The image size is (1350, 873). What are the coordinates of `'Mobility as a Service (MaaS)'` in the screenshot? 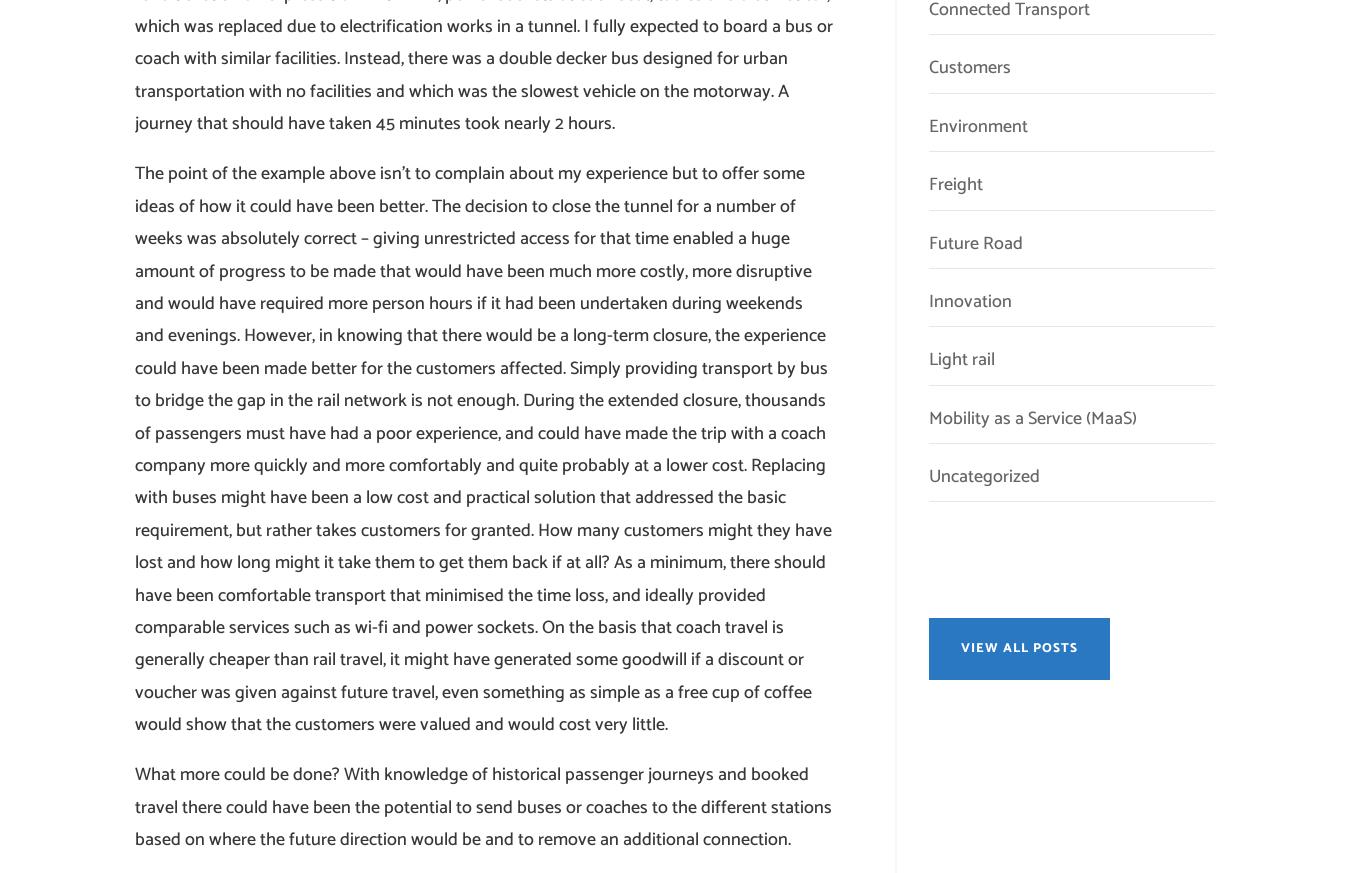 It's located at (1031, 416).